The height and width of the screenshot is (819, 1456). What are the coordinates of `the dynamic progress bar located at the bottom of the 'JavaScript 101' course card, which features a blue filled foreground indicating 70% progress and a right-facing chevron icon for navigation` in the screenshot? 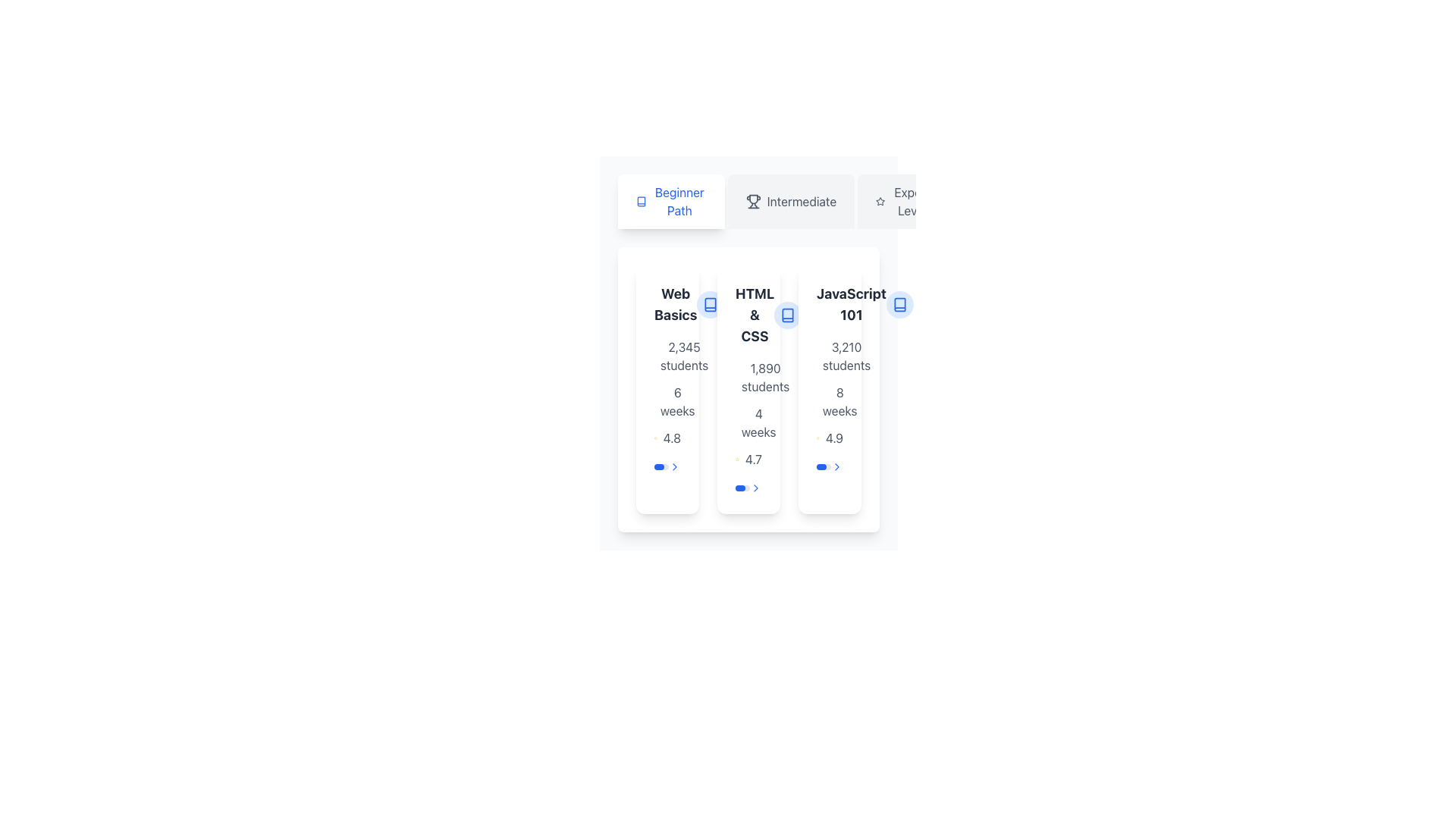 It's located at (829, 466).